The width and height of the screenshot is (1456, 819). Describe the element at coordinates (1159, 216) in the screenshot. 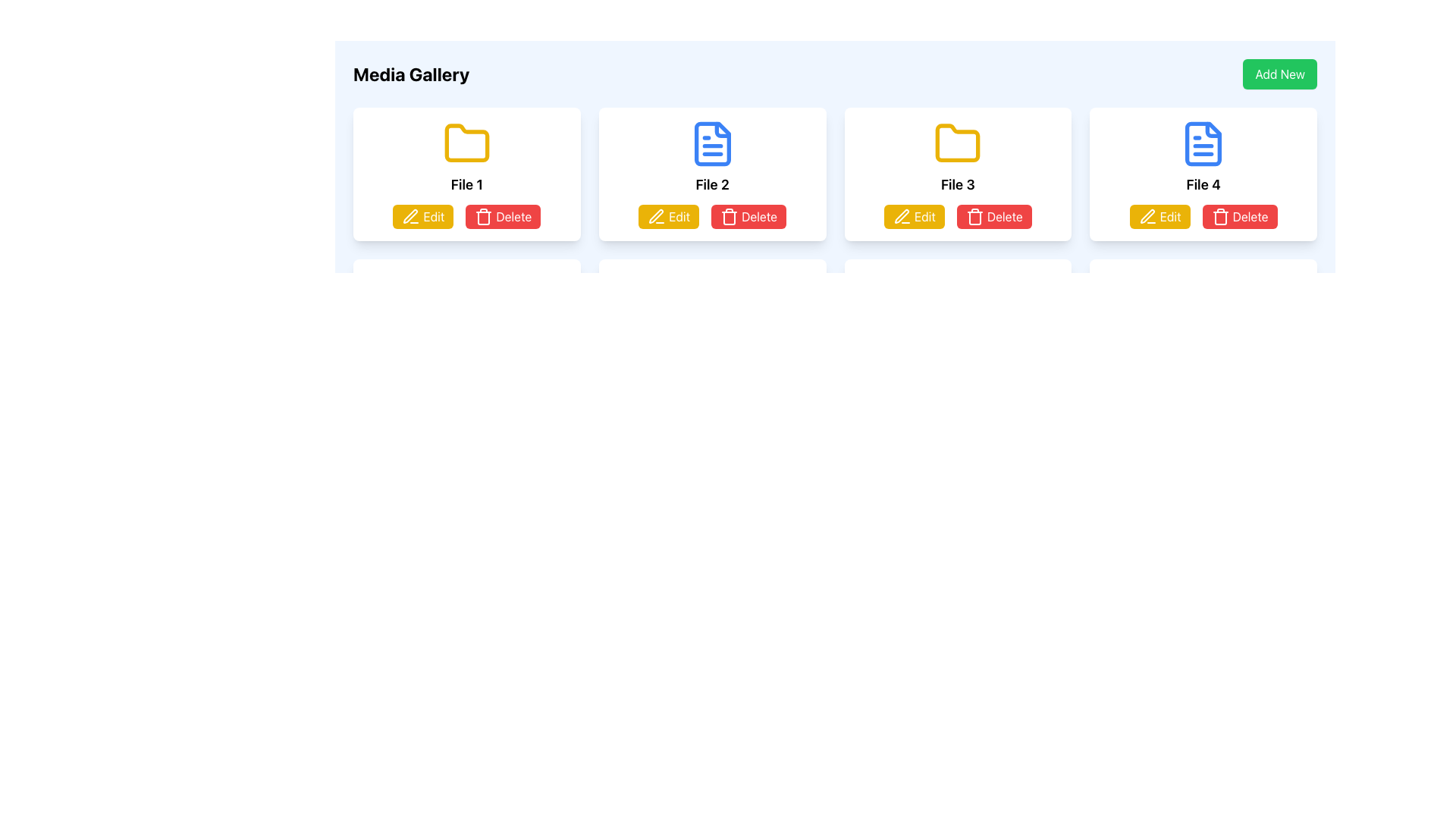

I see `the yellow 'Edit' button with rounded corners to trigger its hover effect, located in the action buttons row below 'File 4'` at that location.